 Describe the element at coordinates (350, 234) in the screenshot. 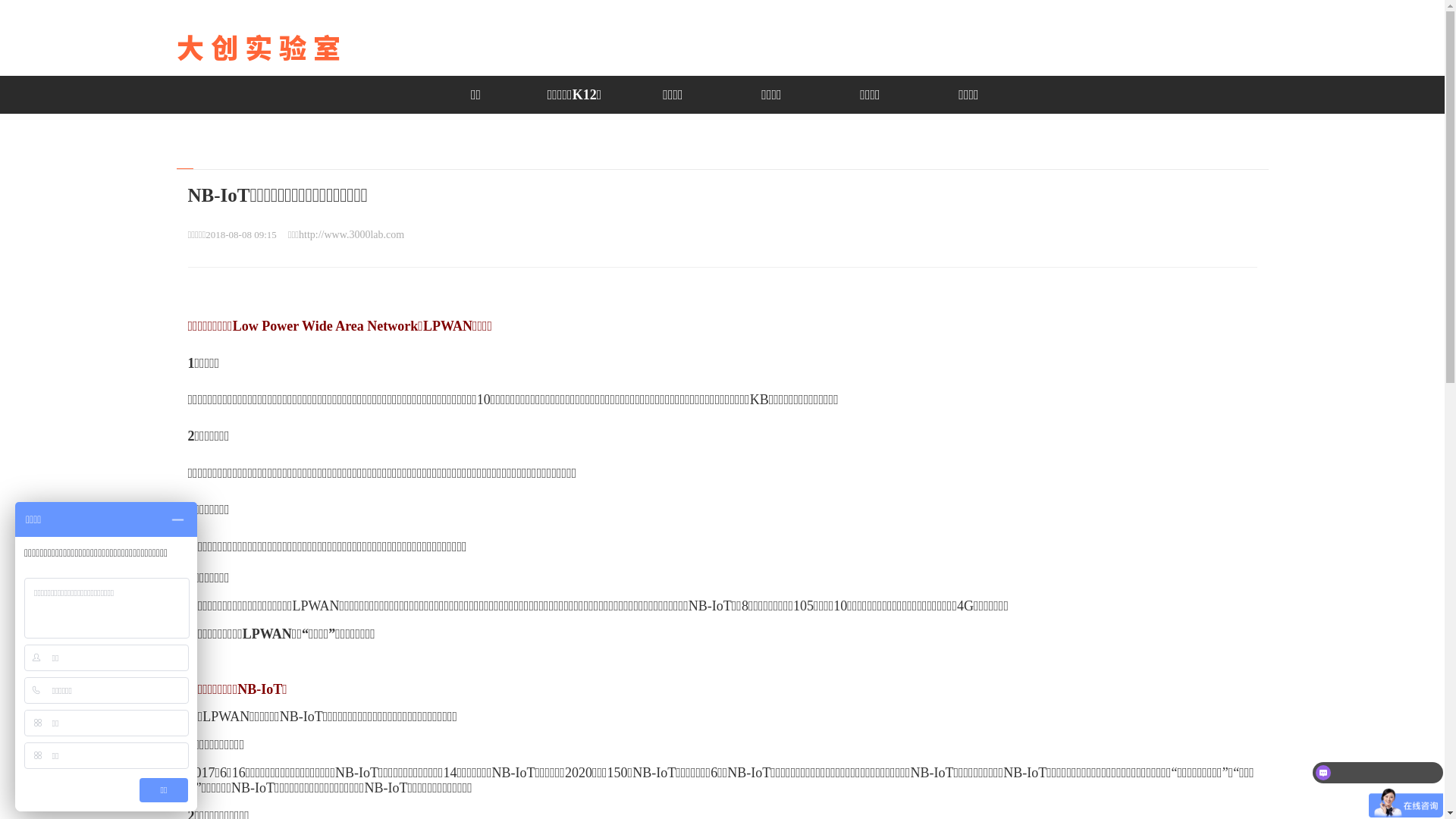

I see `'http://www.3000lab.com'` at that location.